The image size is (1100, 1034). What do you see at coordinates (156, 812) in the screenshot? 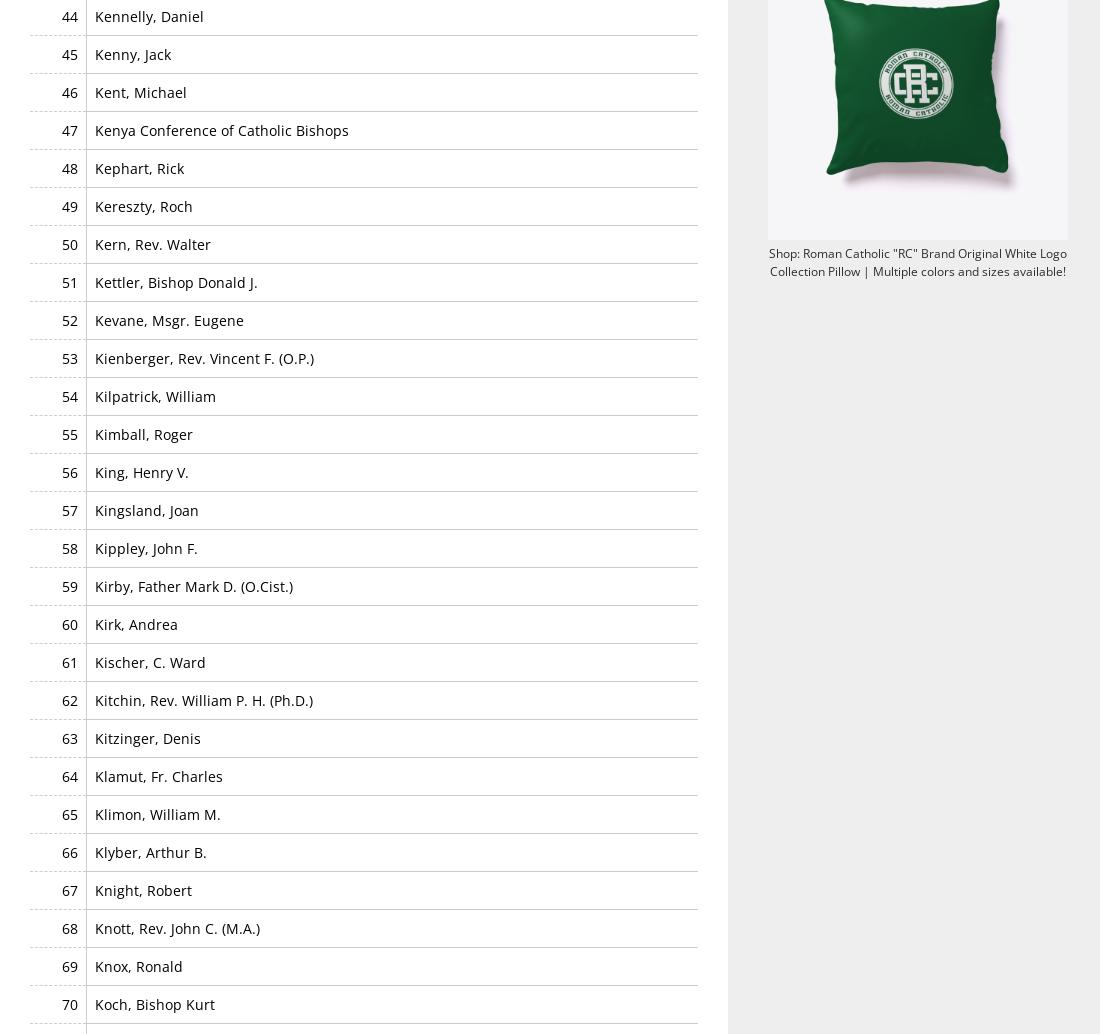
I see `'Klimon, William M.'` at bounding box center [156, 812].